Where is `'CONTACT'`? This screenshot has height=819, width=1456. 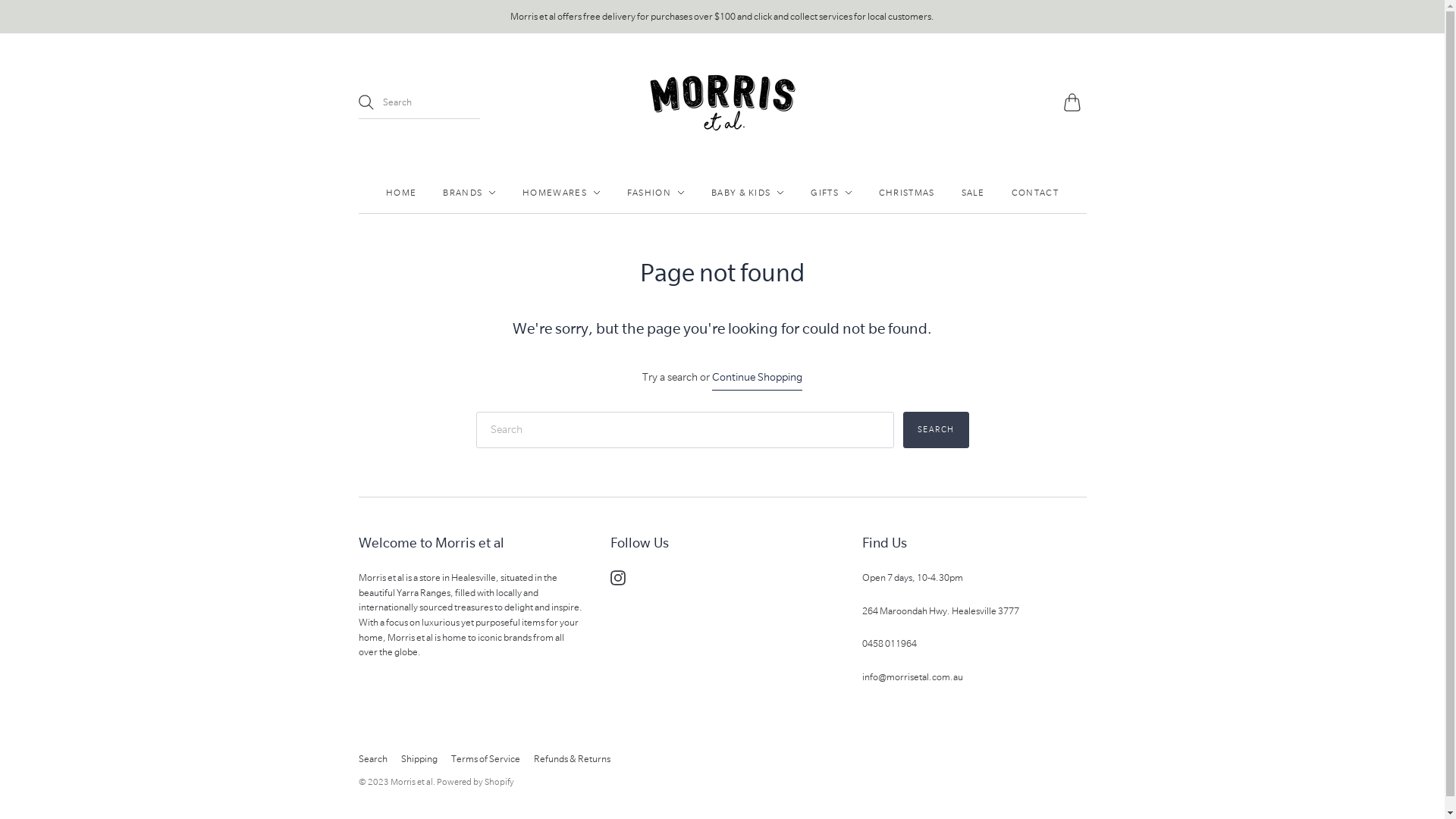 'CONTACT' is located at coordinates (1034, 192).